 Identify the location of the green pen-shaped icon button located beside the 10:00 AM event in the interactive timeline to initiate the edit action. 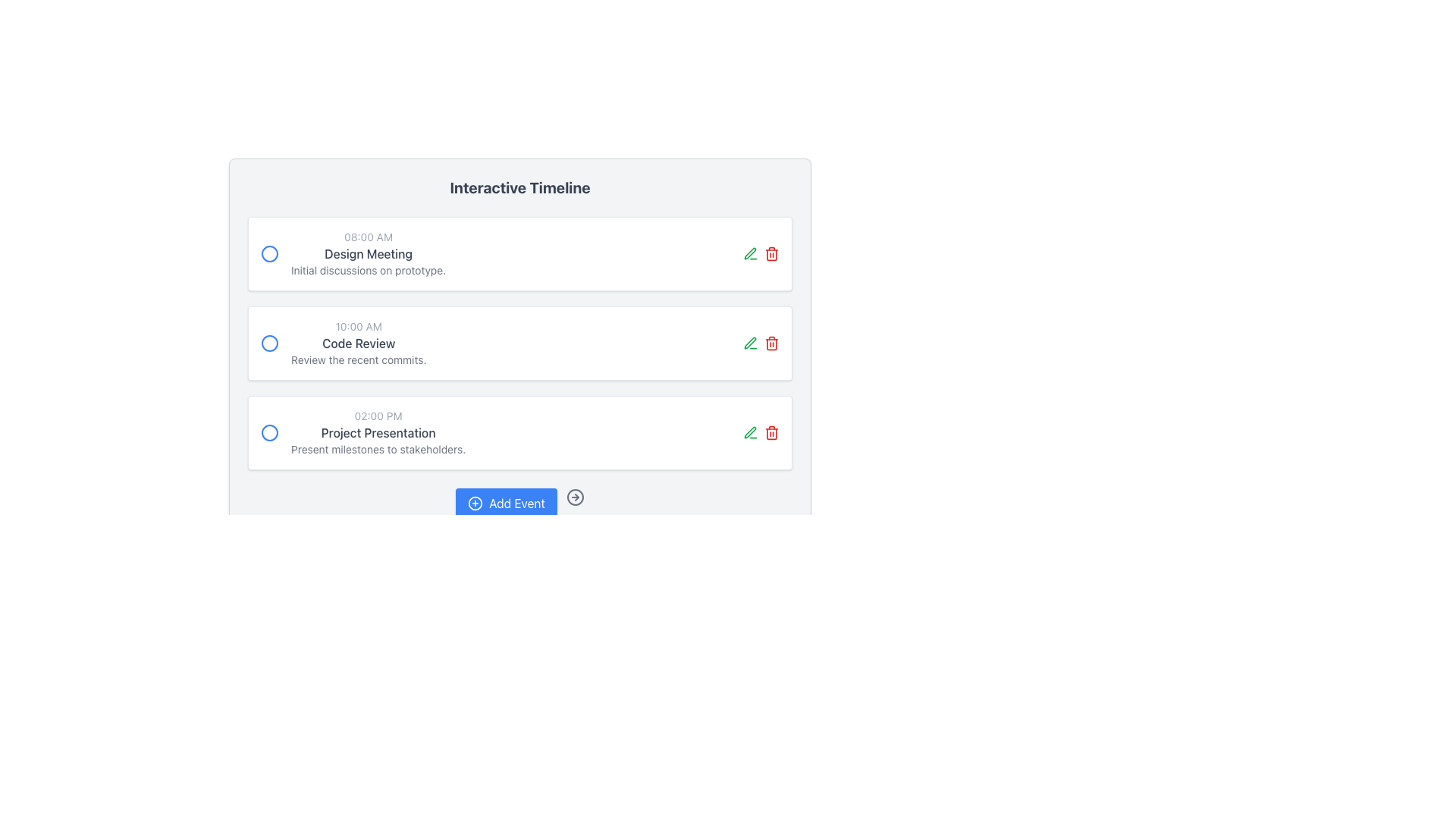
(750, 343).